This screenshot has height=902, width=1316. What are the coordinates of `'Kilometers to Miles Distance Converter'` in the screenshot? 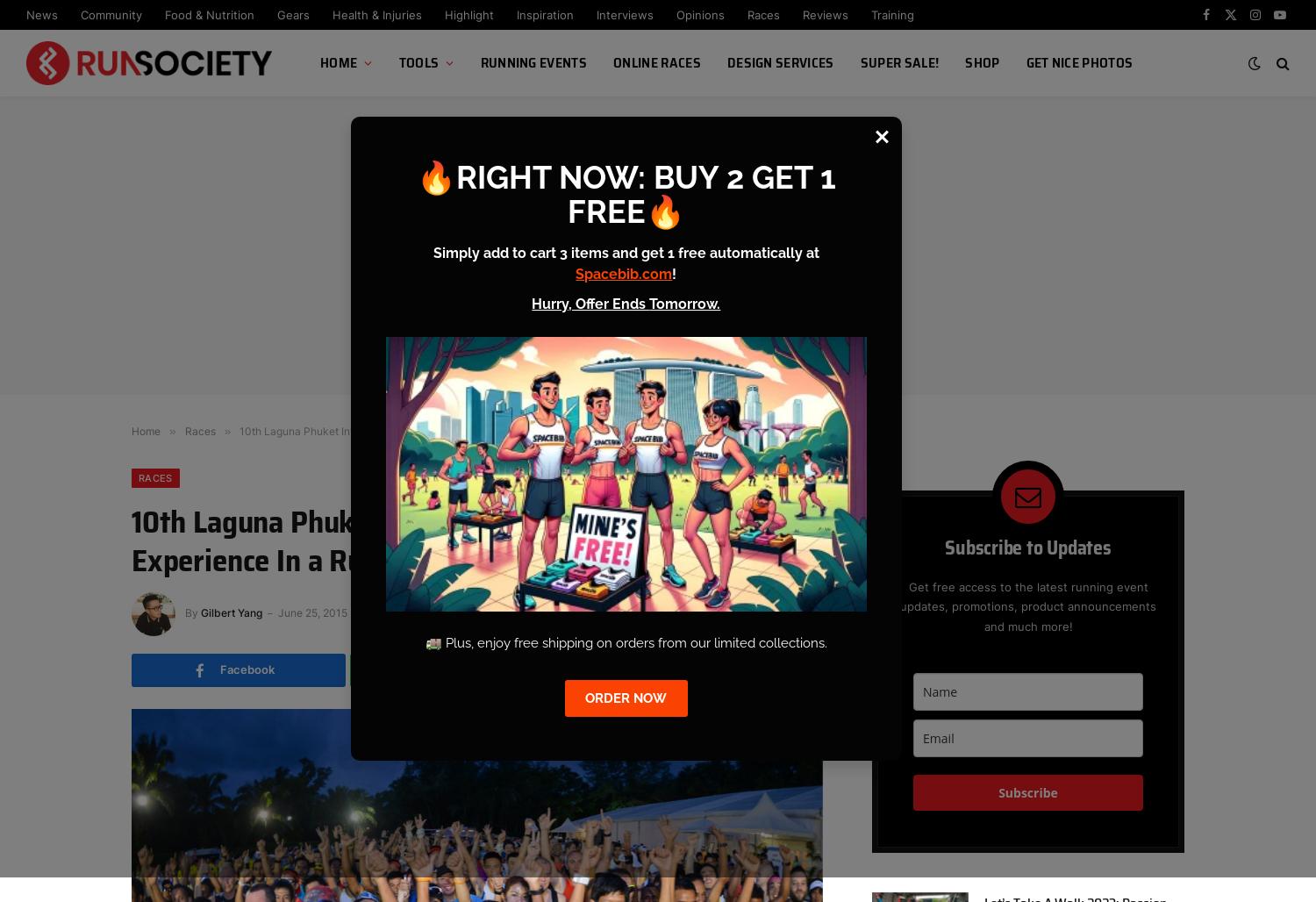 It's located at (404, 237).